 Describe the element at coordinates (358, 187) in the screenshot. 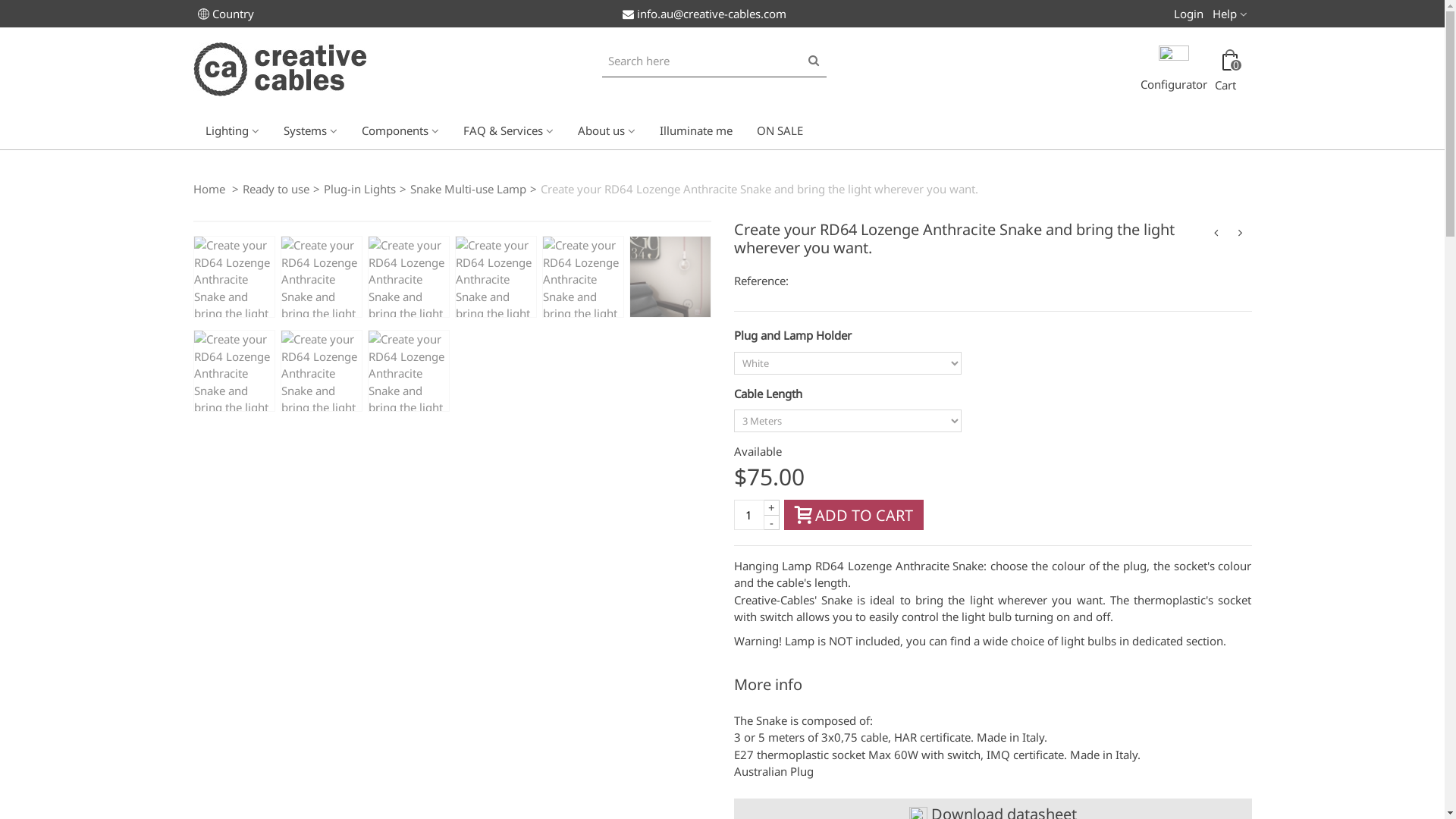

I see `'Plug-in Lights'` at that location.